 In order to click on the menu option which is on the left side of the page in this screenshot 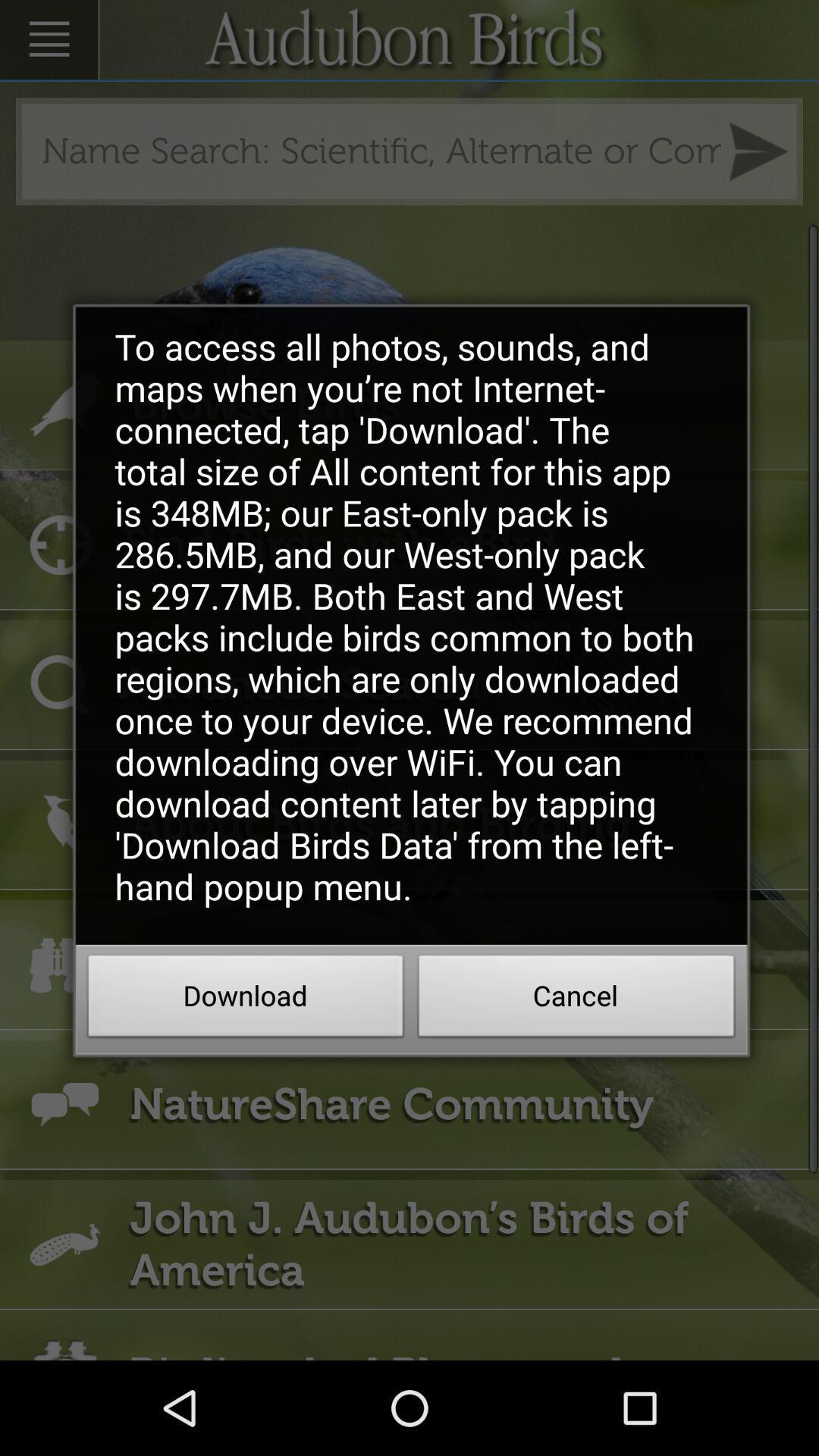, I will do `click(49, 39)`.